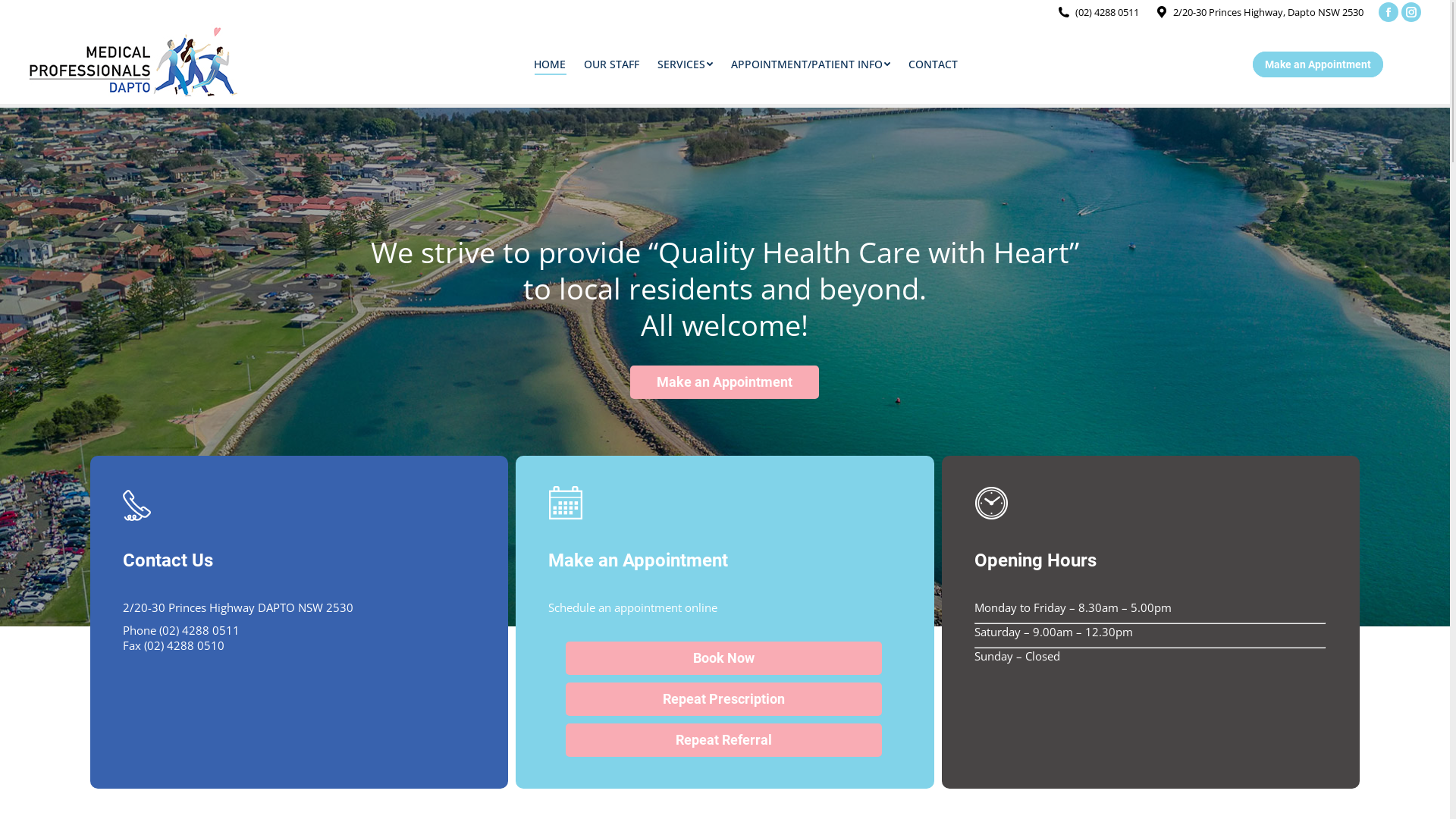  What do you see at coordinates (137, 503) in the screenshot?
I see `'h1-custom-icon-7'` at bounding box center [137, 503].